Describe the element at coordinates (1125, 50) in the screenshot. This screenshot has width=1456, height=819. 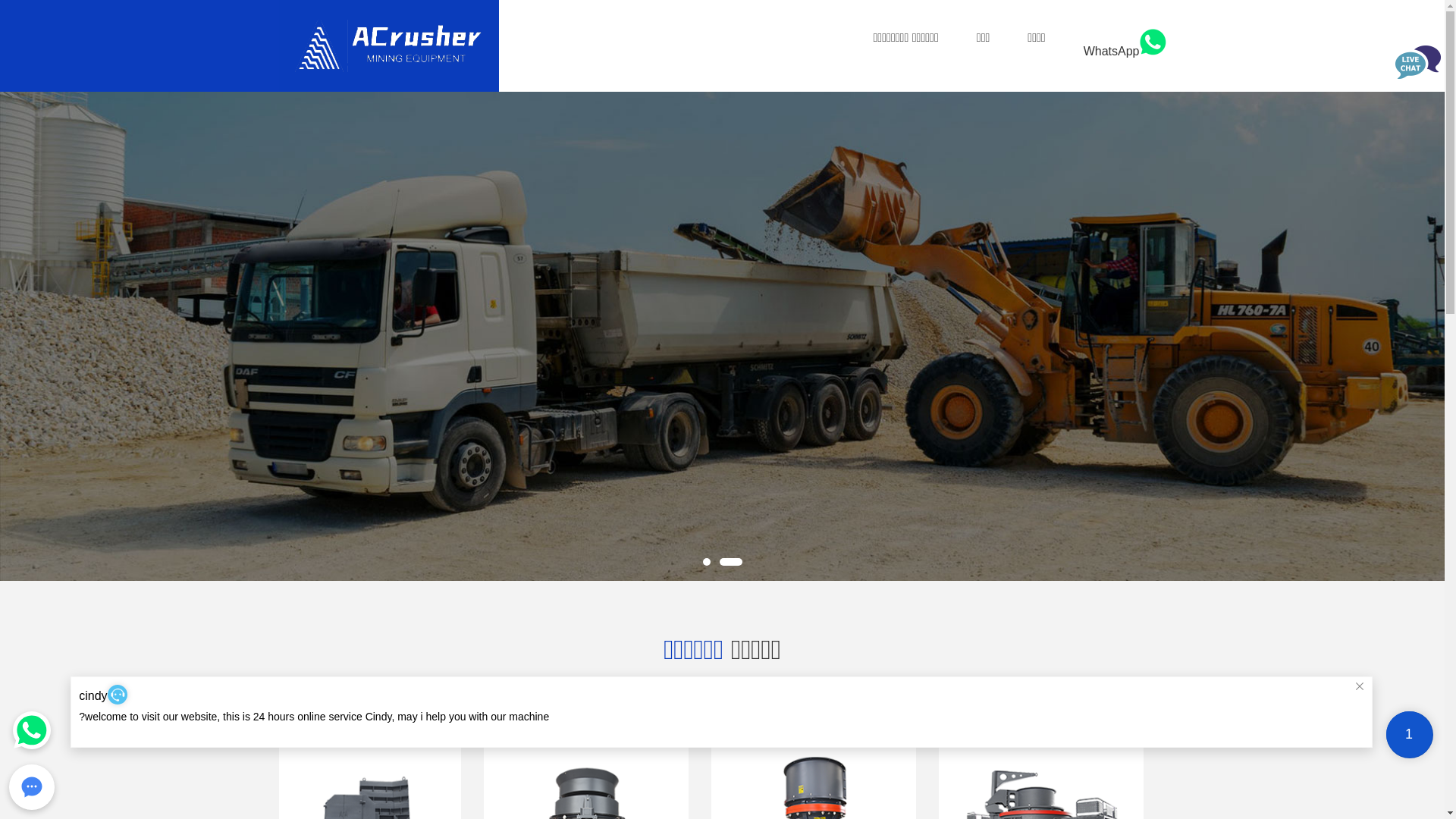
I see `'WhatsApp'` at that location.